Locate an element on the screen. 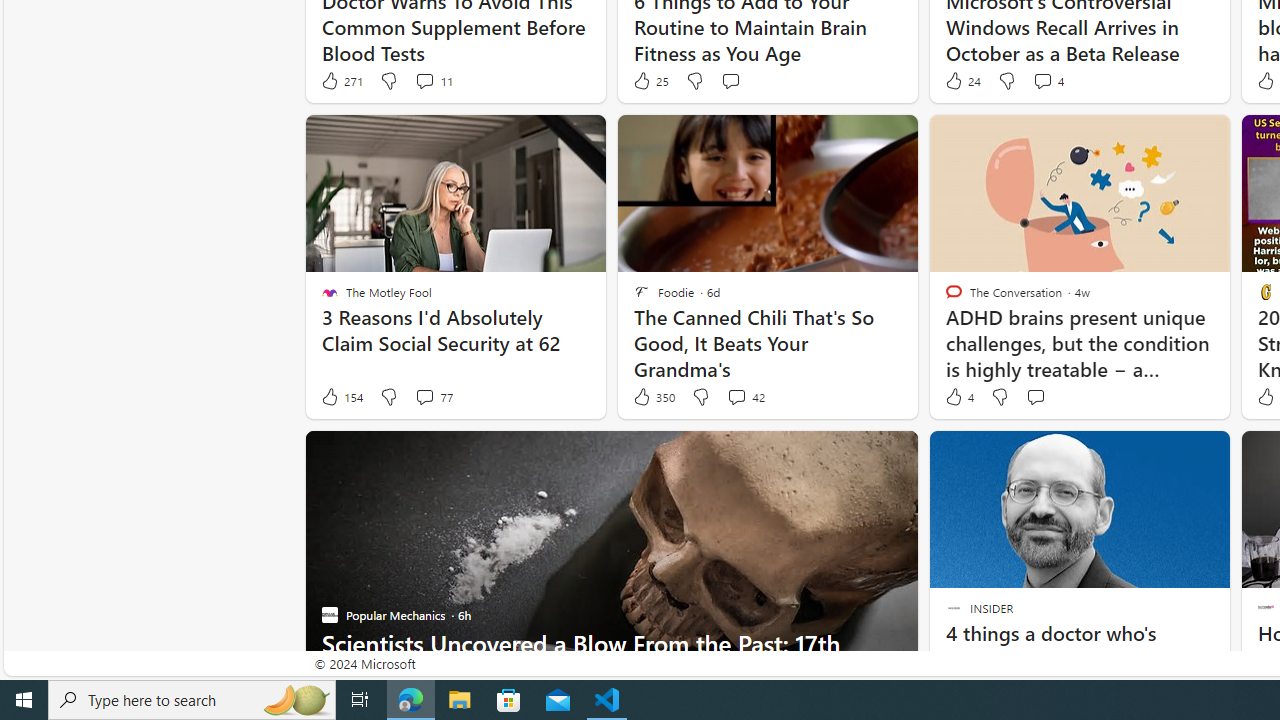  '154 Like' is located at coordinates (341, 397).